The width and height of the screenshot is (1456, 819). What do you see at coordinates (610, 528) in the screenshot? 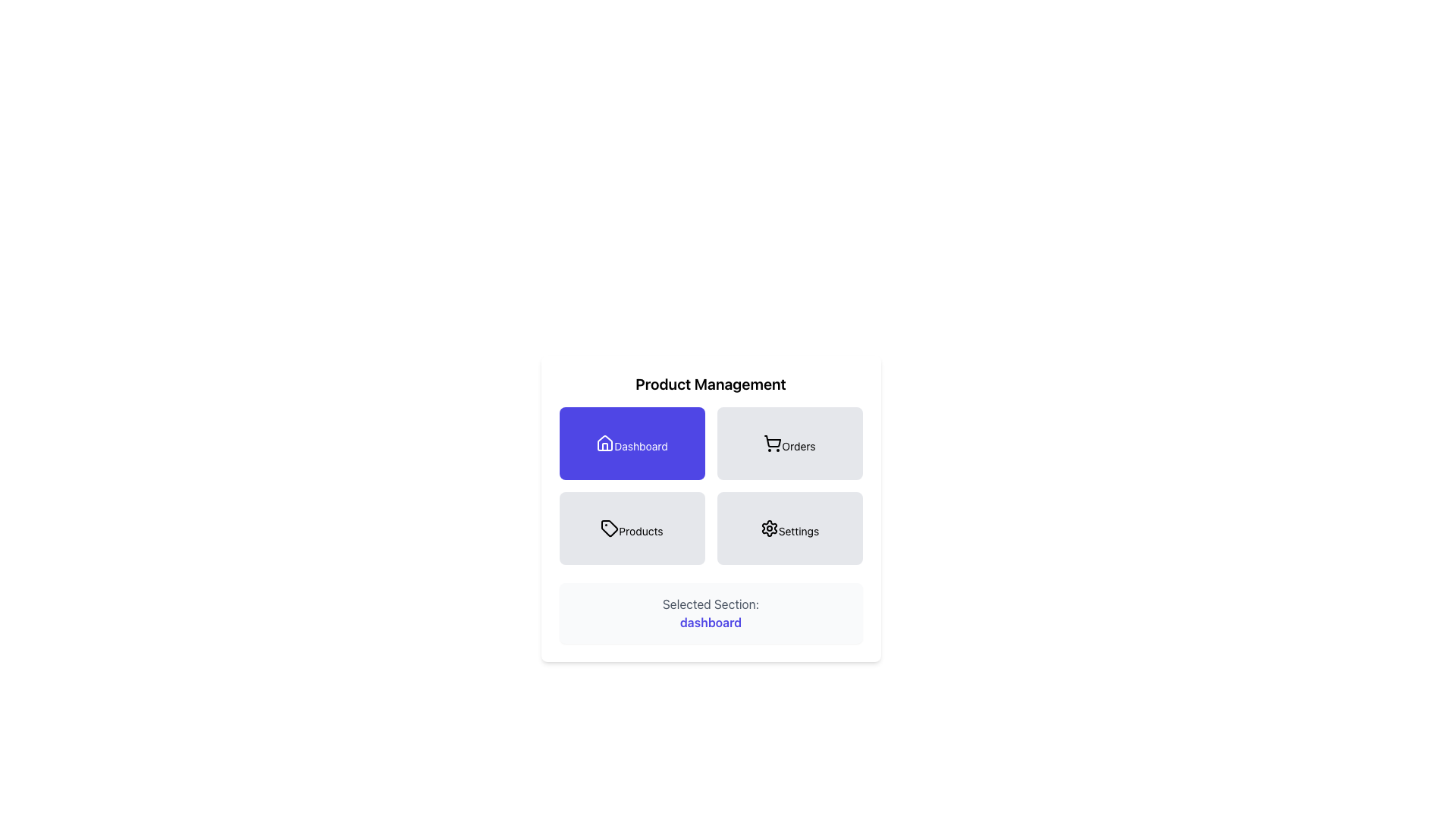
I see `the decorative icon representing the 'Products' section, located in the second row, first column under 'Product Management'` at bounding box center [610, 528].